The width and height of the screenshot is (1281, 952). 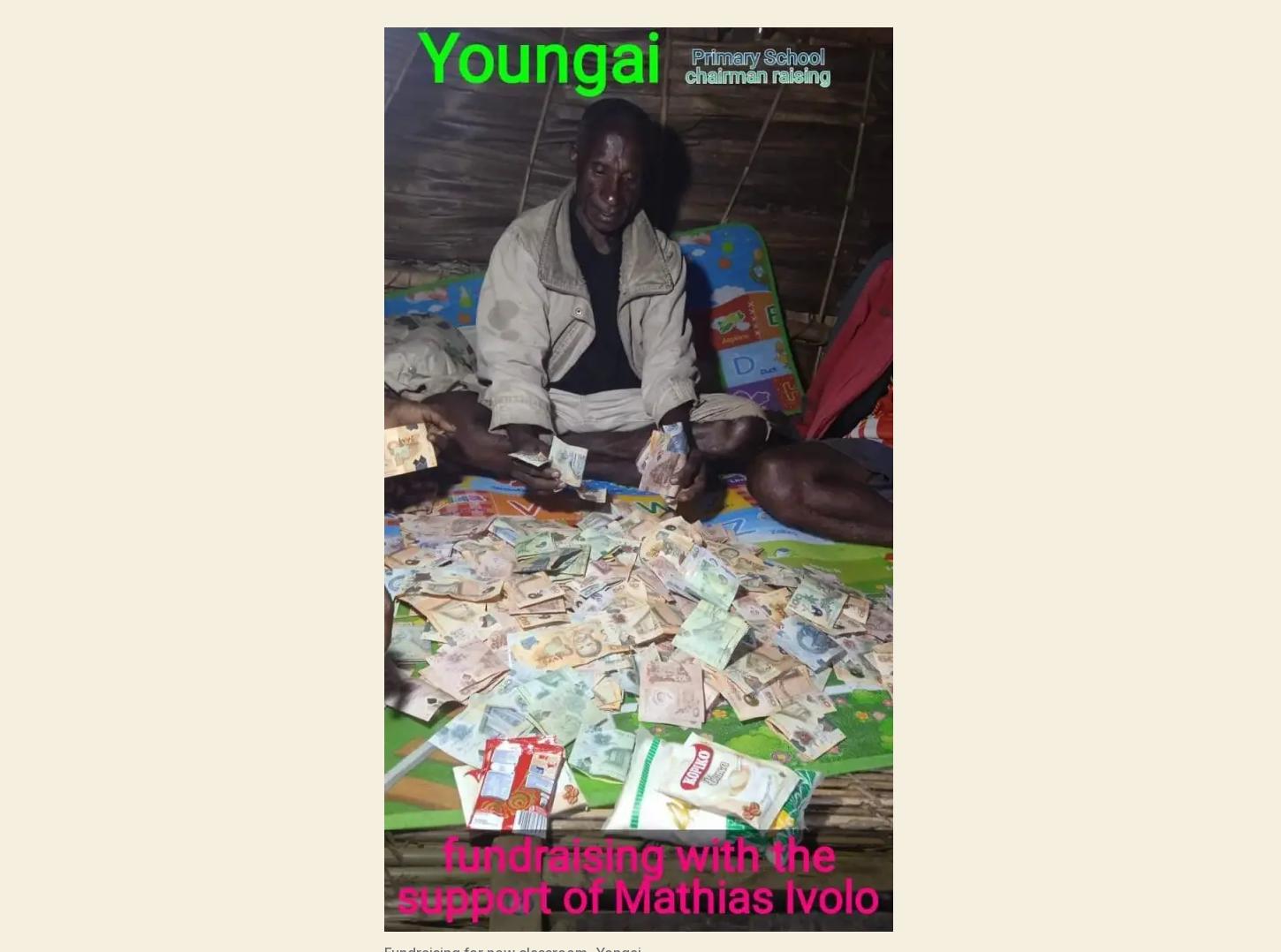 I want to click on 'To the top', so click(x=1077, y=834).